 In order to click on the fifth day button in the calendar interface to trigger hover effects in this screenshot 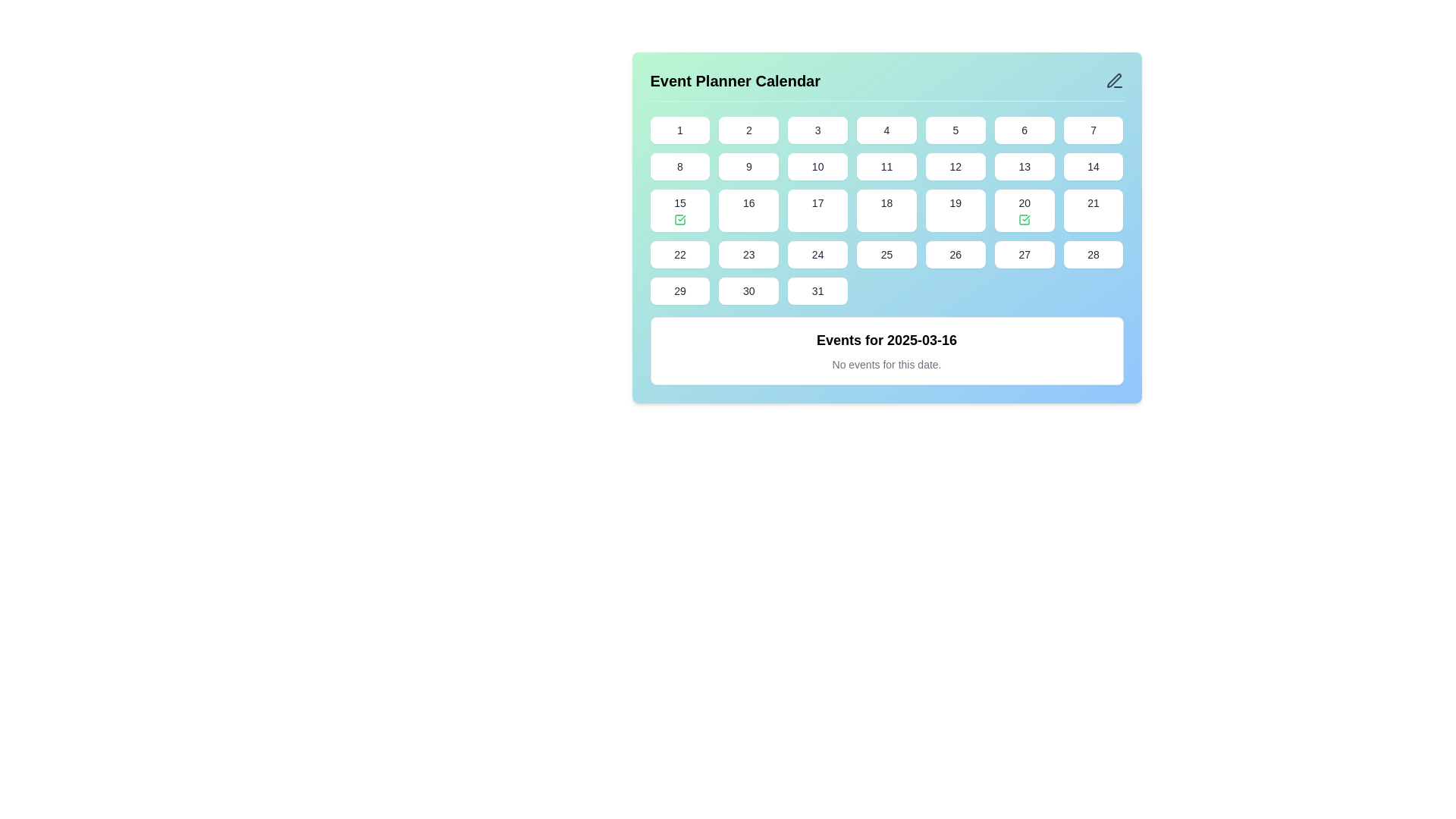, I will do `click(955, 130)`.